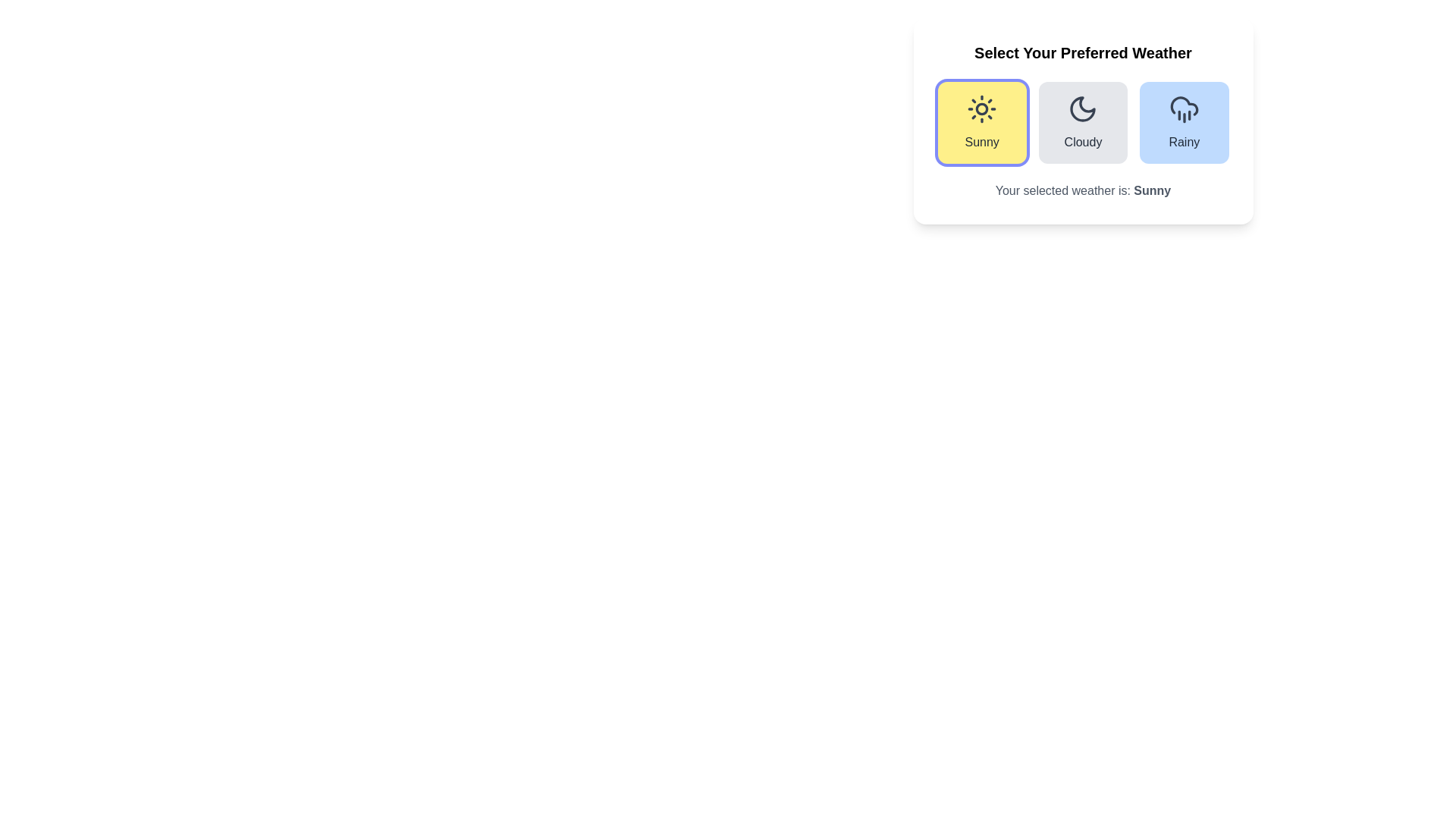 Image resolution: width=1456 pixels, height=819 pixels. Describe the element at coordinates (982, 122) in the screenshot. I see `the clickable weather card with a yellow background and a sun icon labeled 'Sunny', which is the leftmost option in a horizontal trio of weather cards` at that location.